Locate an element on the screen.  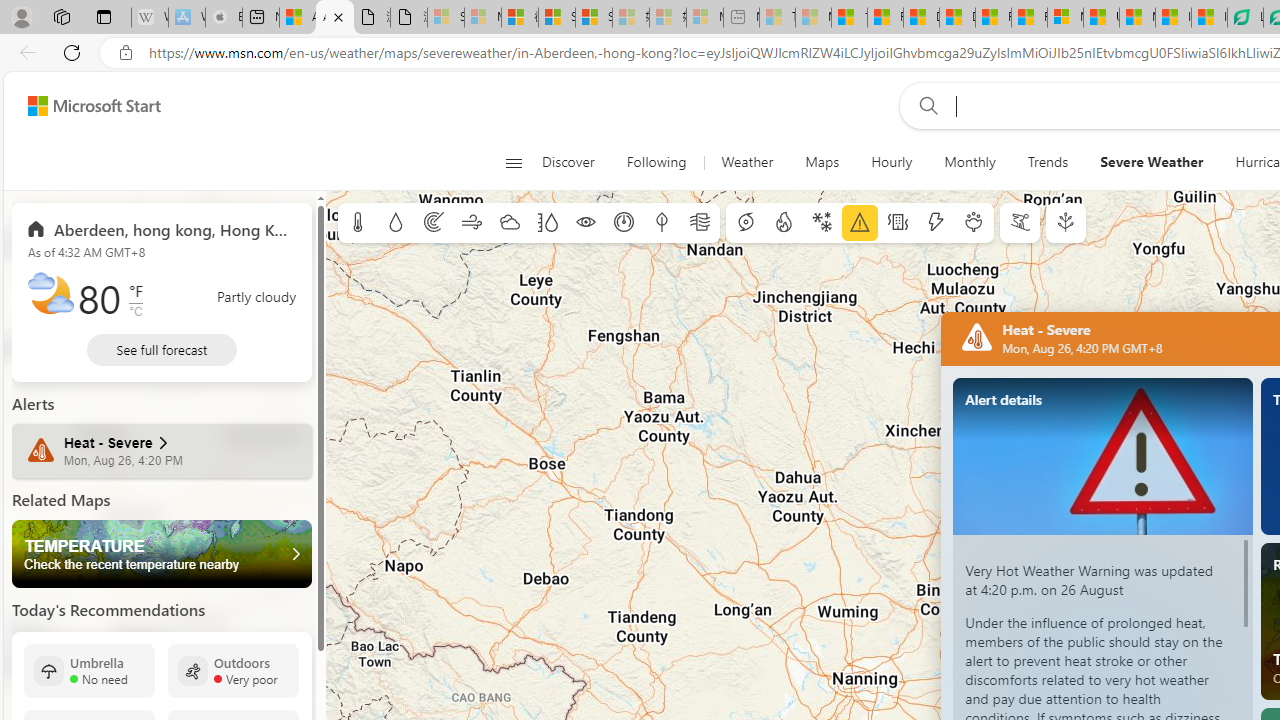
'Outdoors Very poor' is located at coordinates (233, 670).